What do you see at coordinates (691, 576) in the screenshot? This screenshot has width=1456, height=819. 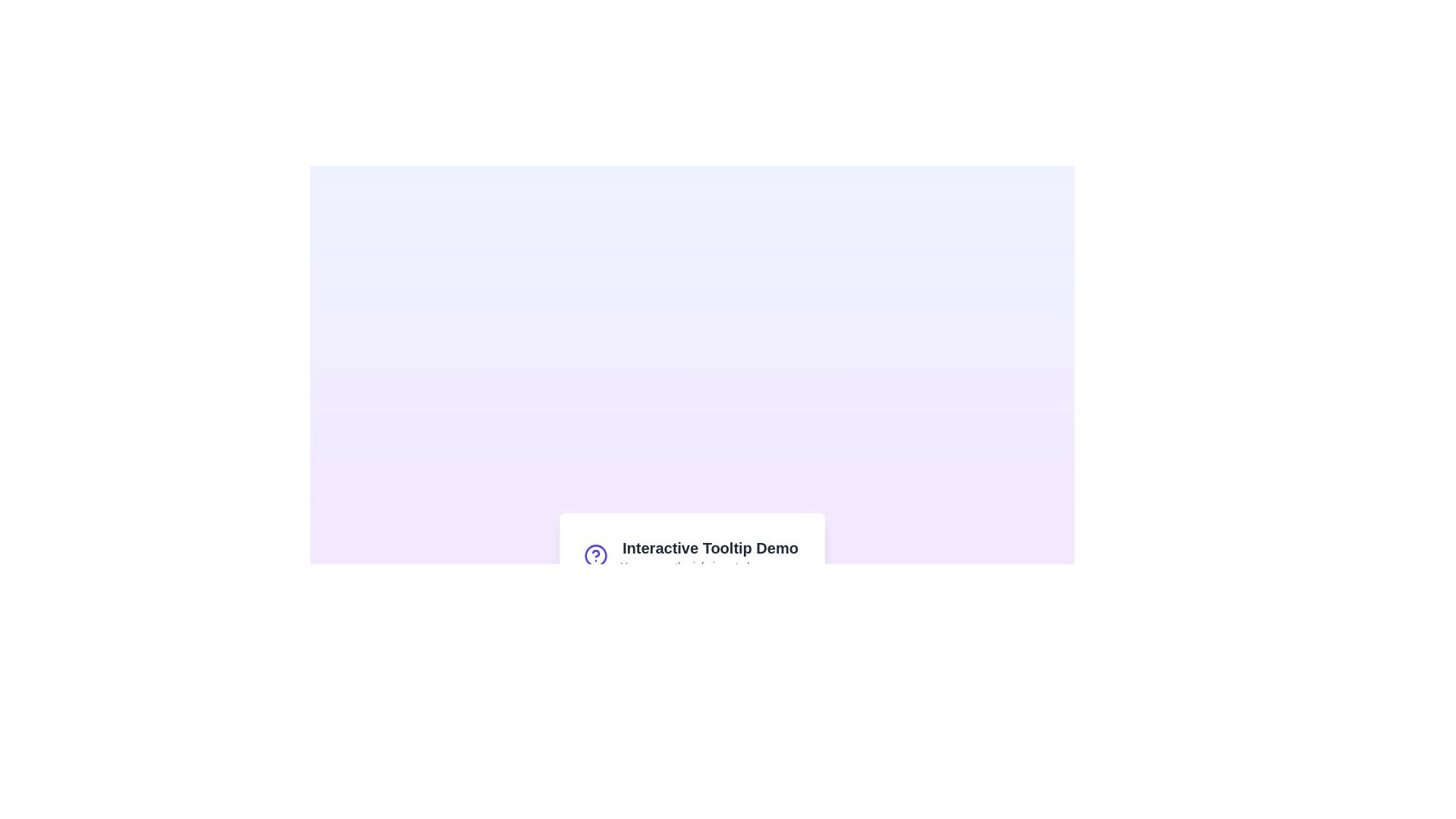 I see `the white rectangular box with rounded corners labeled 'Interactive Tooltip Demo' located in the lower half of the interface` at bounding box center [691, 576].